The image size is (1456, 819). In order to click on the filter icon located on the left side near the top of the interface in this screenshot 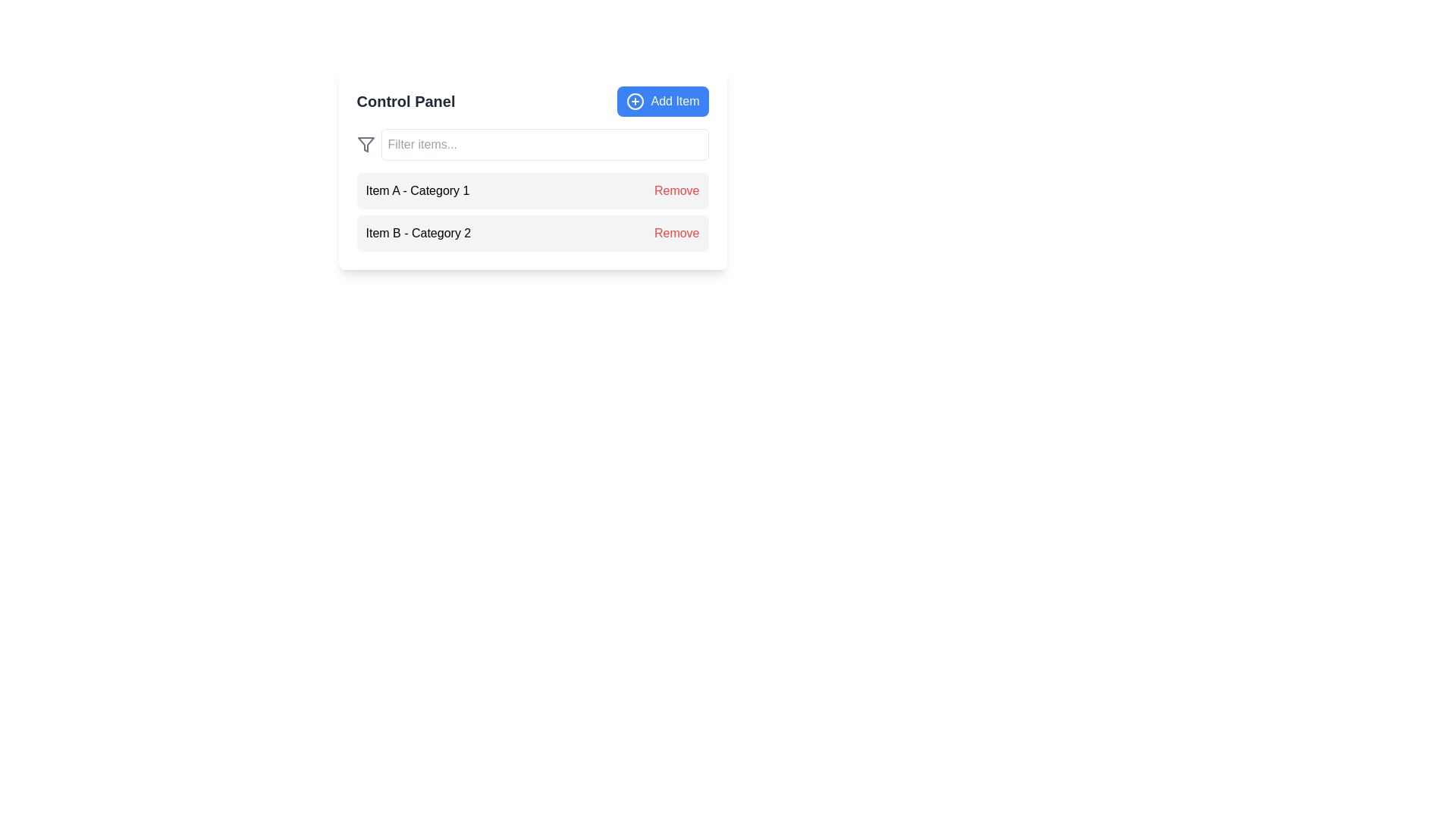, I will do `click(366, 145)`.